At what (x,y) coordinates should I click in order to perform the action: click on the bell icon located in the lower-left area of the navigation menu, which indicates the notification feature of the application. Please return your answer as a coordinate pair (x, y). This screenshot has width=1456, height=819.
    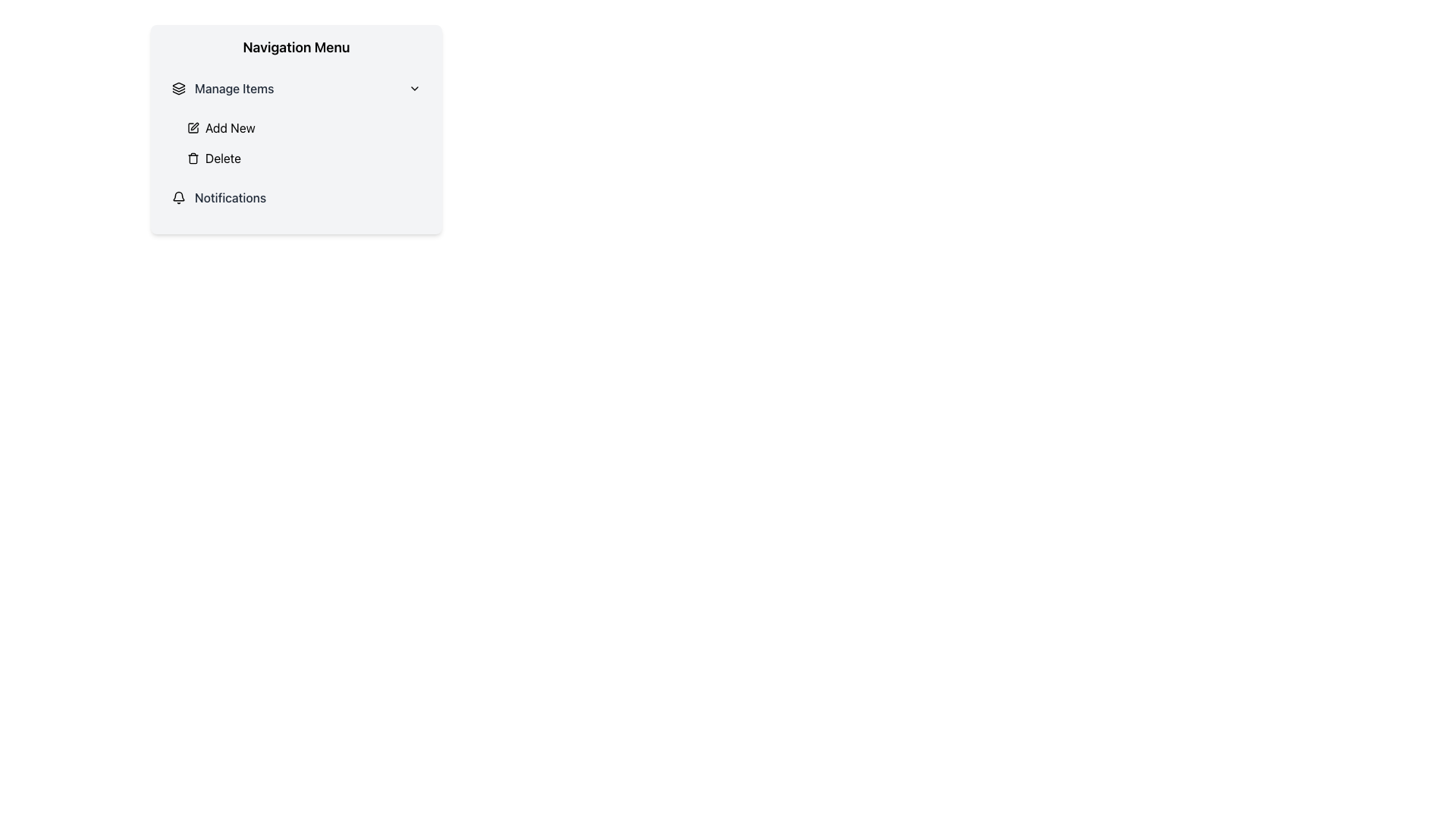
    Looking at the image, I should click on (178, 196).